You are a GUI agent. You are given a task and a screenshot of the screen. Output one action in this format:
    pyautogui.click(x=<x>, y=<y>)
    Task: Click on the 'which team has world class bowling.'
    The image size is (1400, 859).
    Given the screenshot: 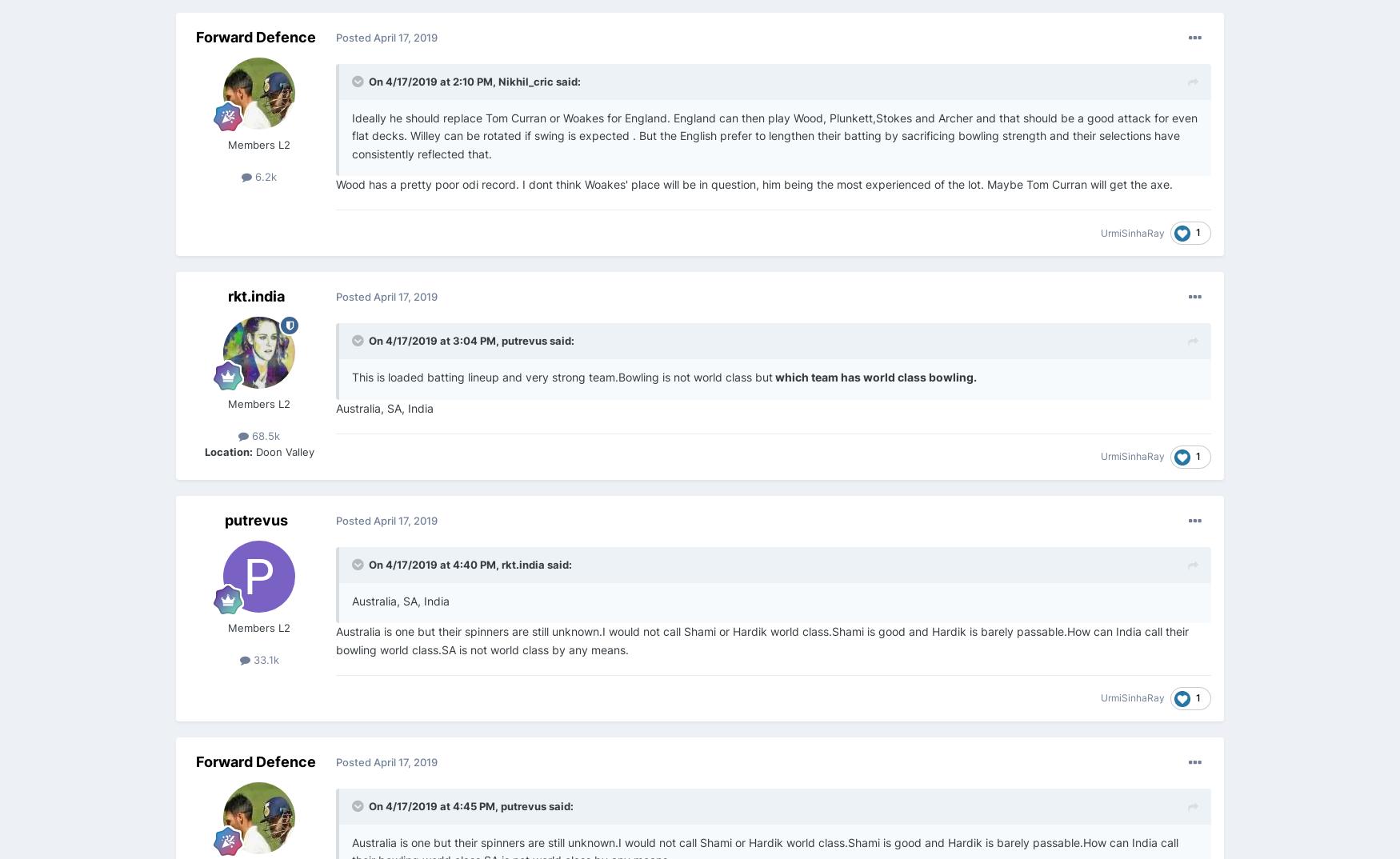 What is the action you would take?
    pyautogui.click(x=874, y=376)
    